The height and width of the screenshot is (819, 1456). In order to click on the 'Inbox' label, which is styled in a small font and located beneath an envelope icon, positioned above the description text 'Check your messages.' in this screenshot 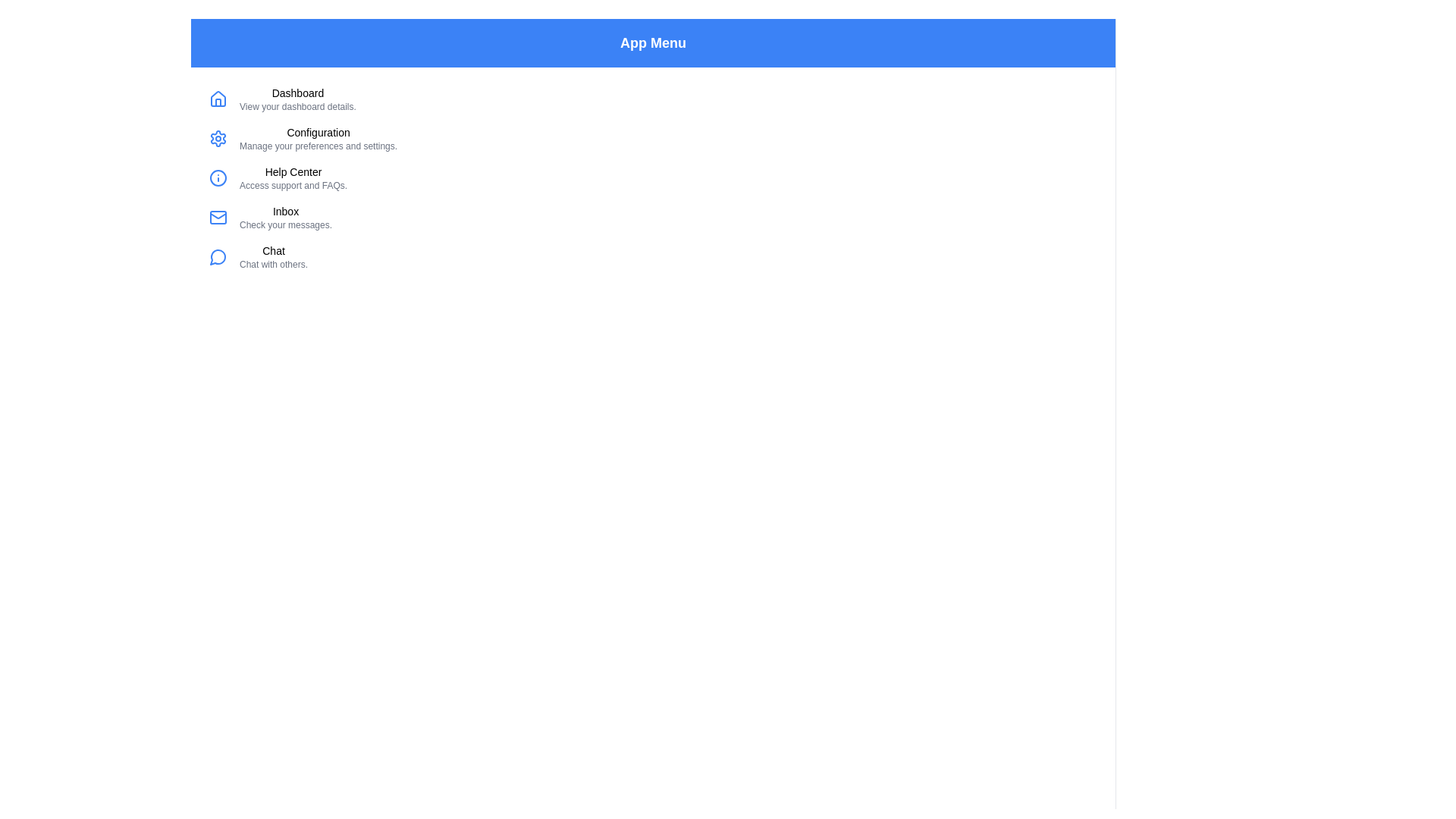, I will do `click(286, 211)`.